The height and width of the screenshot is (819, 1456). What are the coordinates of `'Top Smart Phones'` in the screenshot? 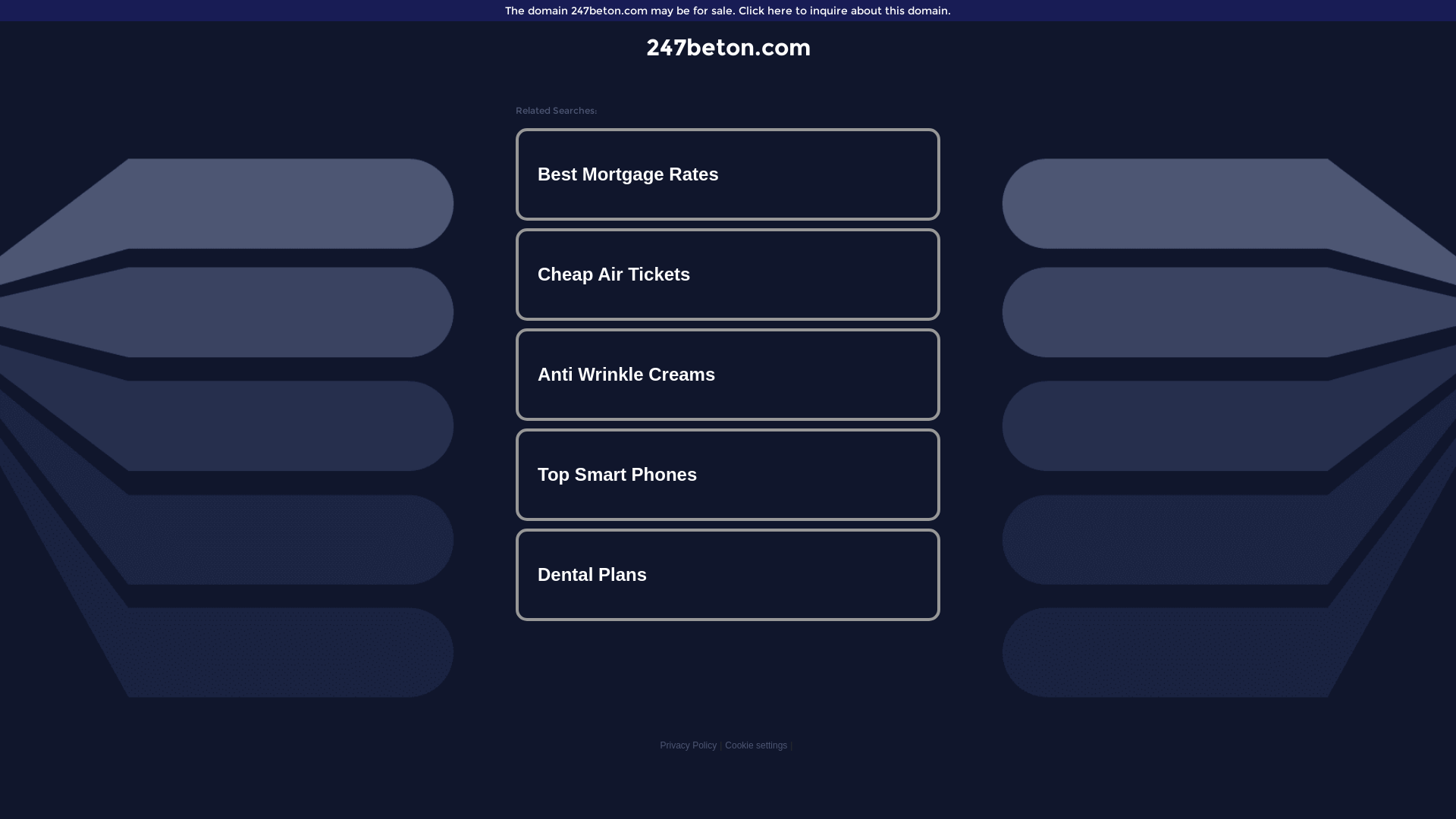 It's located at (728, 473).